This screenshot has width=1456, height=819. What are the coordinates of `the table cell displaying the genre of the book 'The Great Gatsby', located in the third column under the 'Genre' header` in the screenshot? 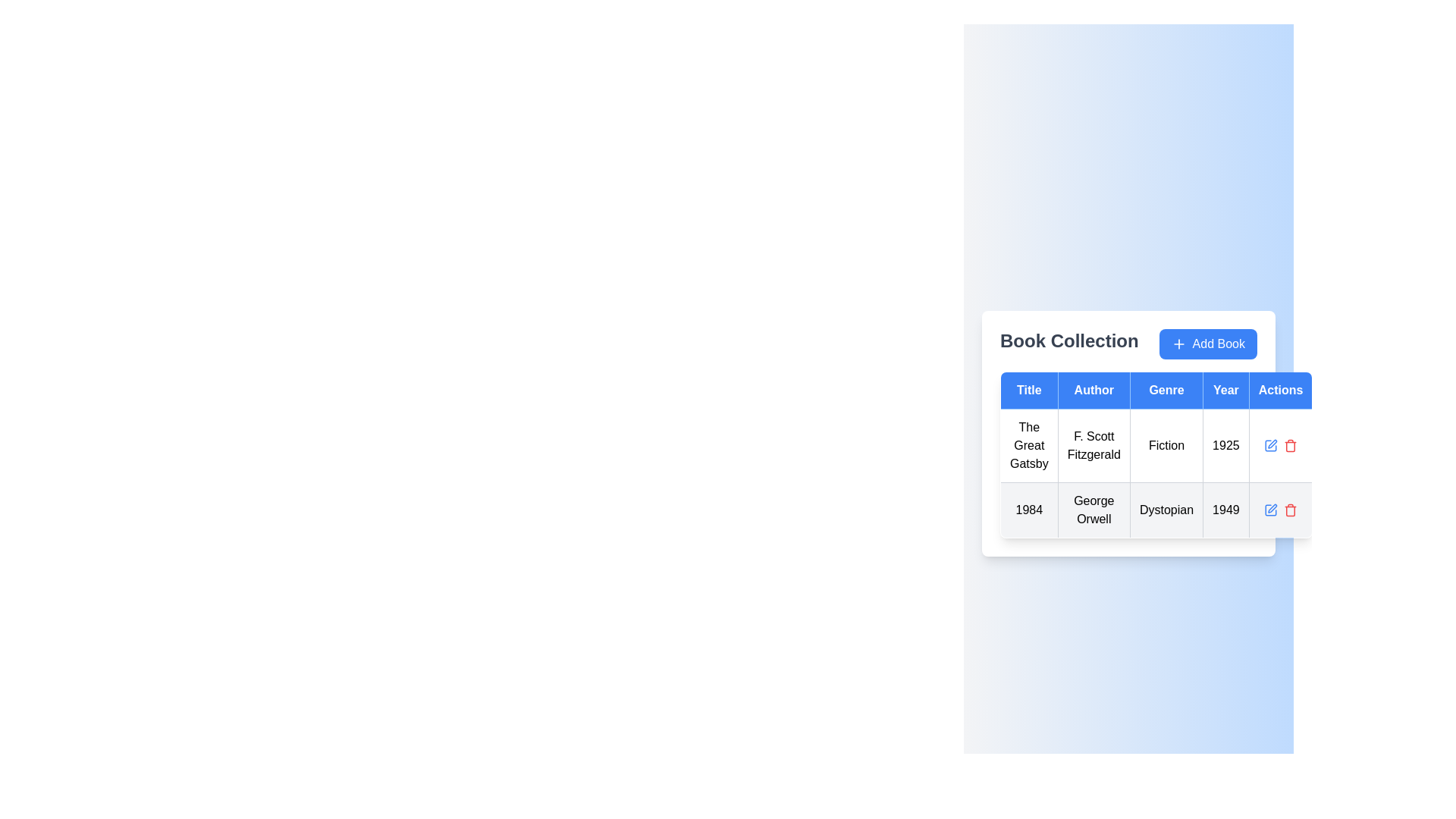 It's located at (1156, 454).